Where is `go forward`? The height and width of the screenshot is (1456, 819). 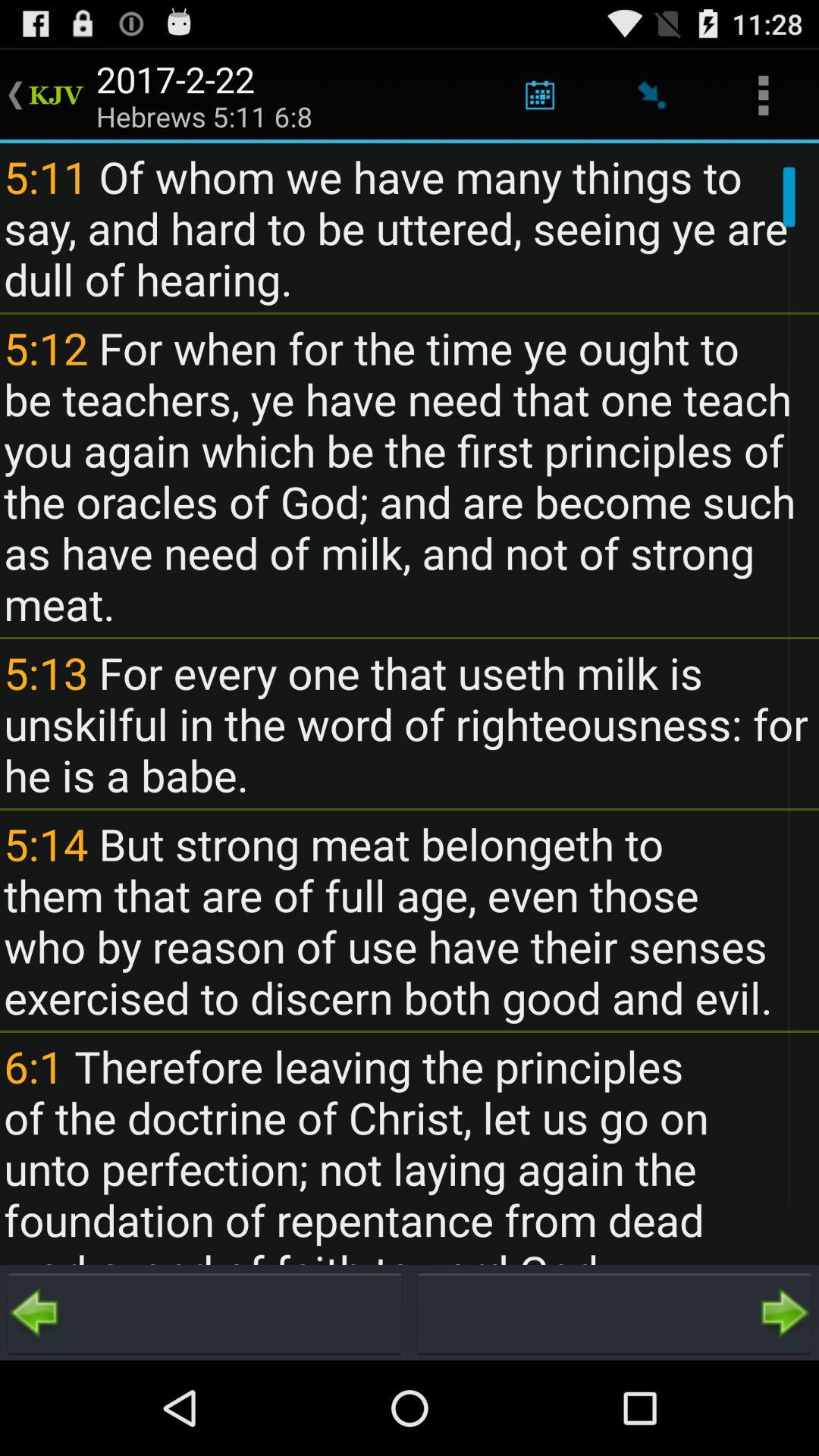 go forward is located at coordinates (614, 1312).